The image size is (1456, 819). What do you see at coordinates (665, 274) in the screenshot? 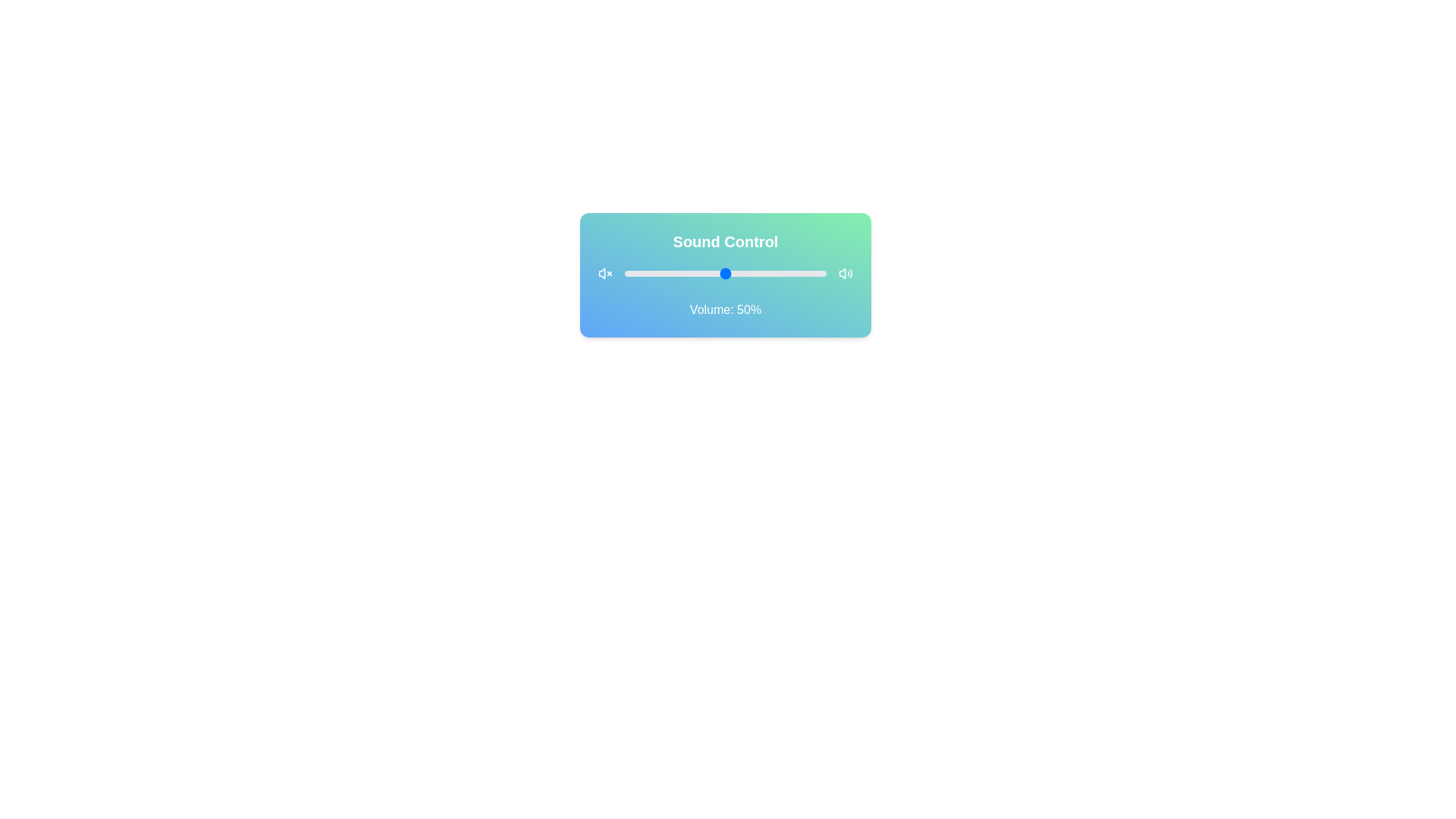
I see `the volume slider` at bounding box center [665, 274].